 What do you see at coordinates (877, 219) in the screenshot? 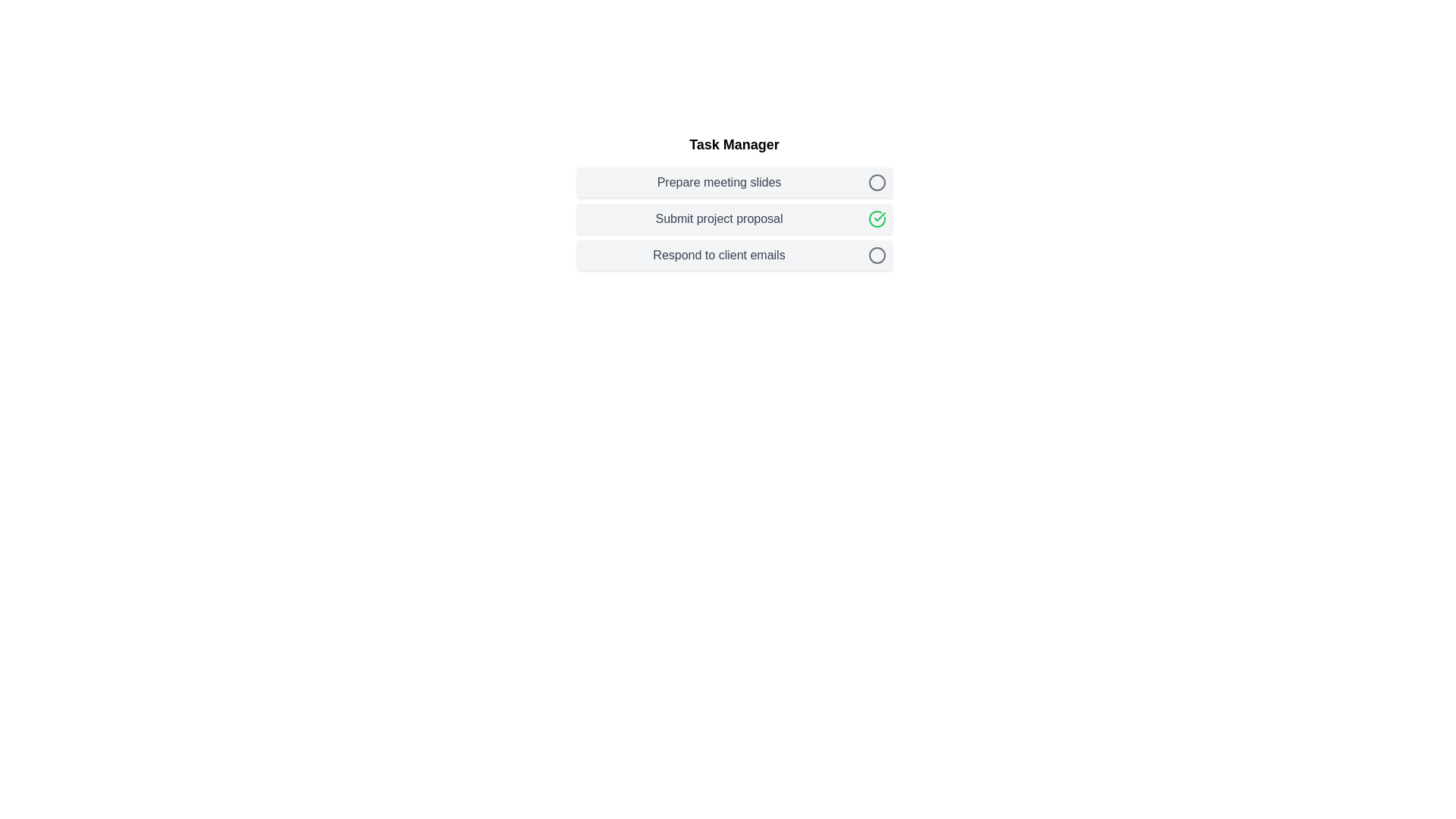
I see `the completion icon located to the right of the text 'Submit project proposal' in the second row of a three-row list` at bounding box center [877, 219].